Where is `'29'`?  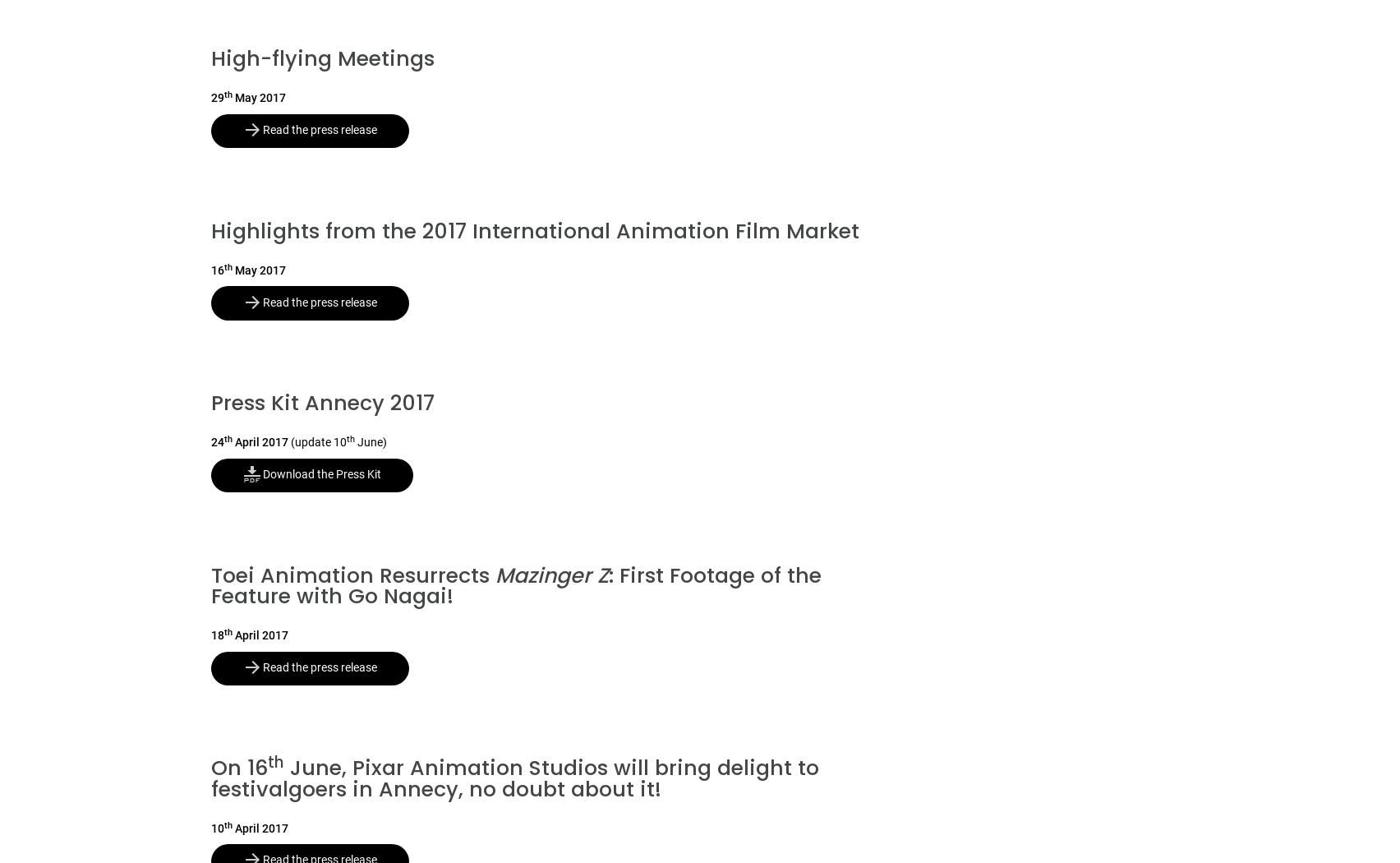 '29' is located at coordinates (216, 96).